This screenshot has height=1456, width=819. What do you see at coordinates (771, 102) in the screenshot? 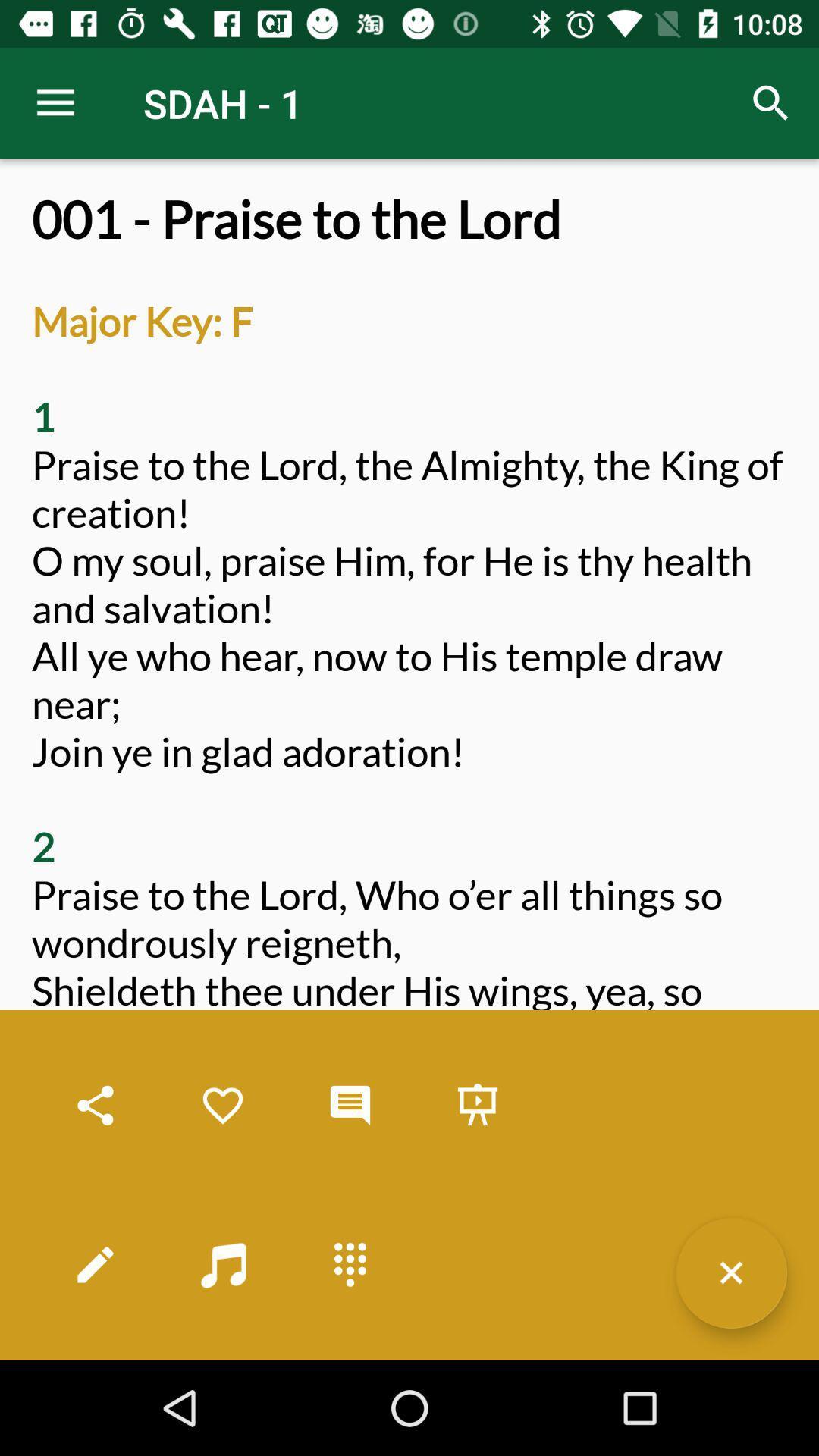
I see `item next to sdah - 1` at bounding box center [771, 102].